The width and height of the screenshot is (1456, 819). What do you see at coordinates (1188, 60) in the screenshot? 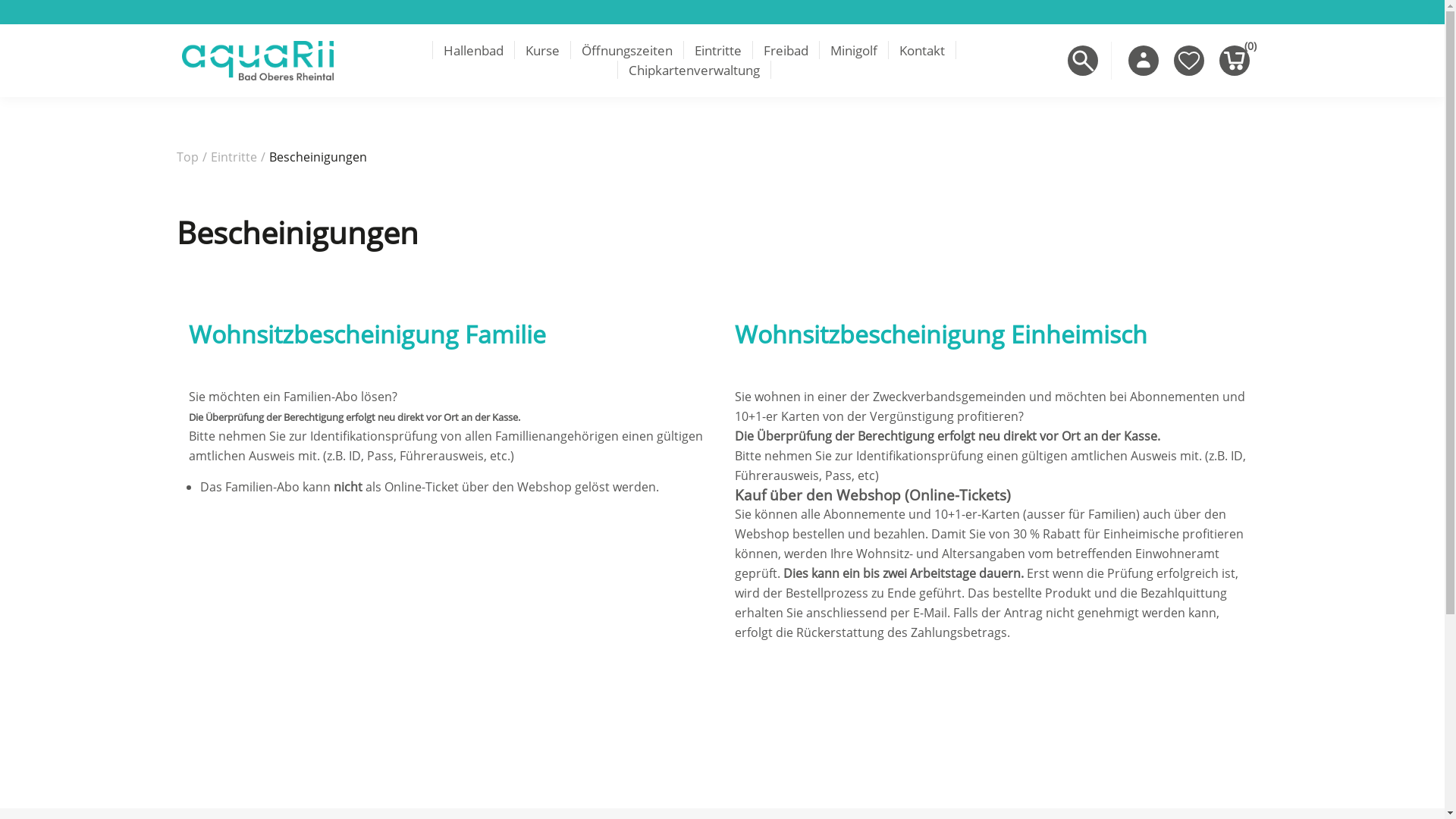
I see `'Wunschliste'` at bounding box center [1188, 60].